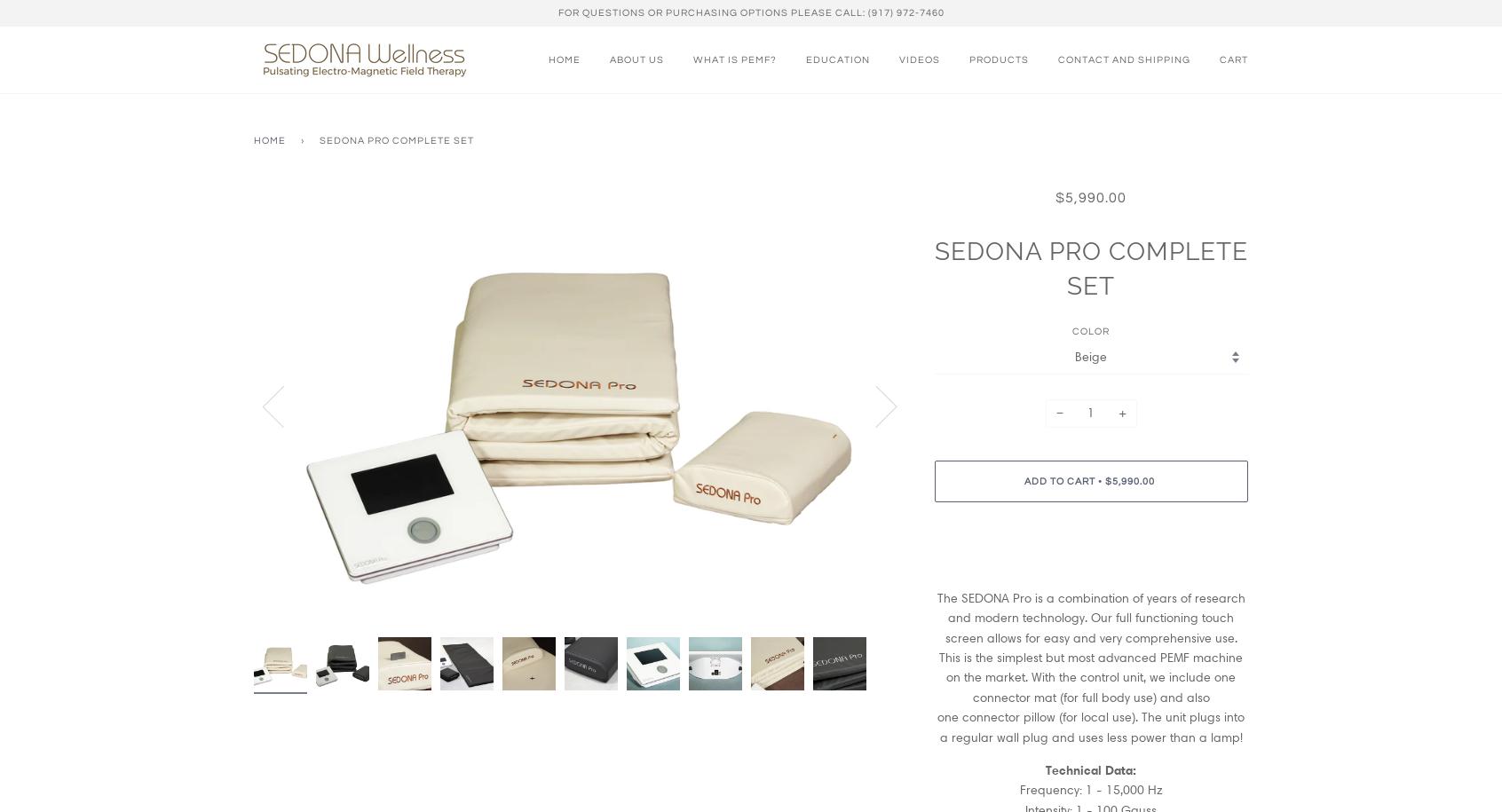 The height and width of the screenshot is (812, 1502). Describe the element at coordinates (1233, 58) in the screenshot. I see `'Cart'` at that location.